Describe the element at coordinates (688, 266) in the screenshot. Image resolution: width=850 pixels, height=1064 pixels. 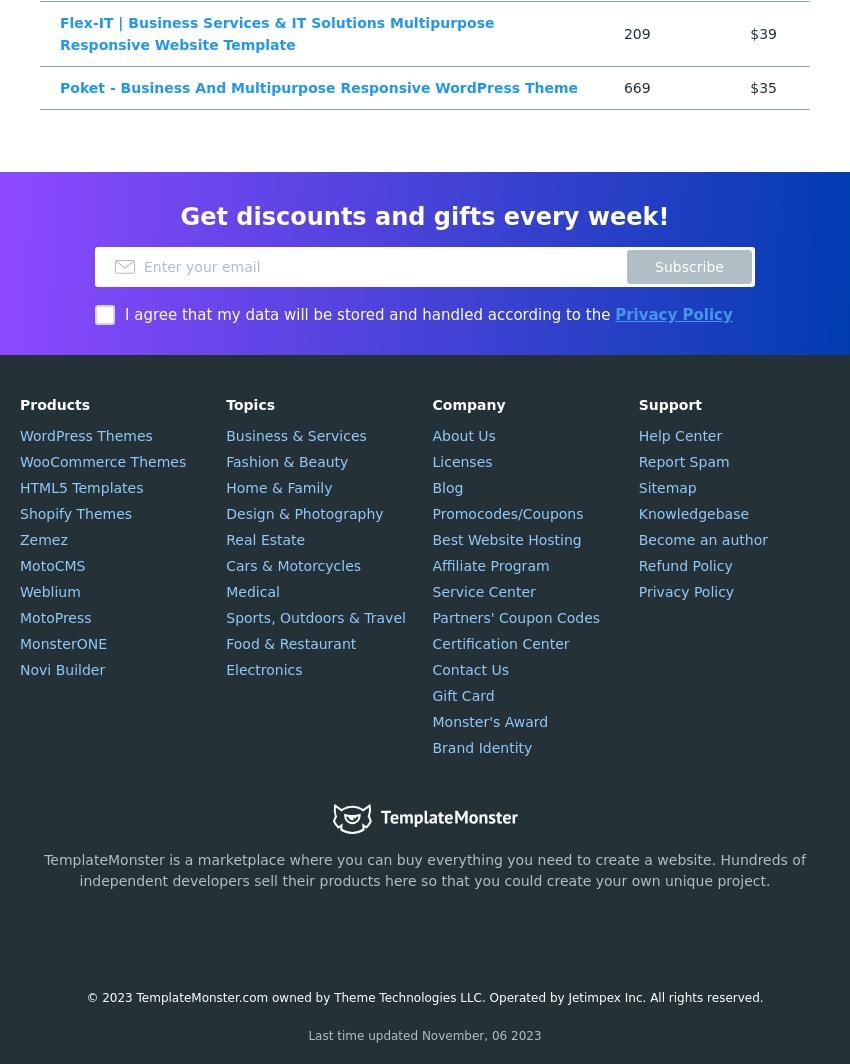
I see `'Subscribe'` at that location.